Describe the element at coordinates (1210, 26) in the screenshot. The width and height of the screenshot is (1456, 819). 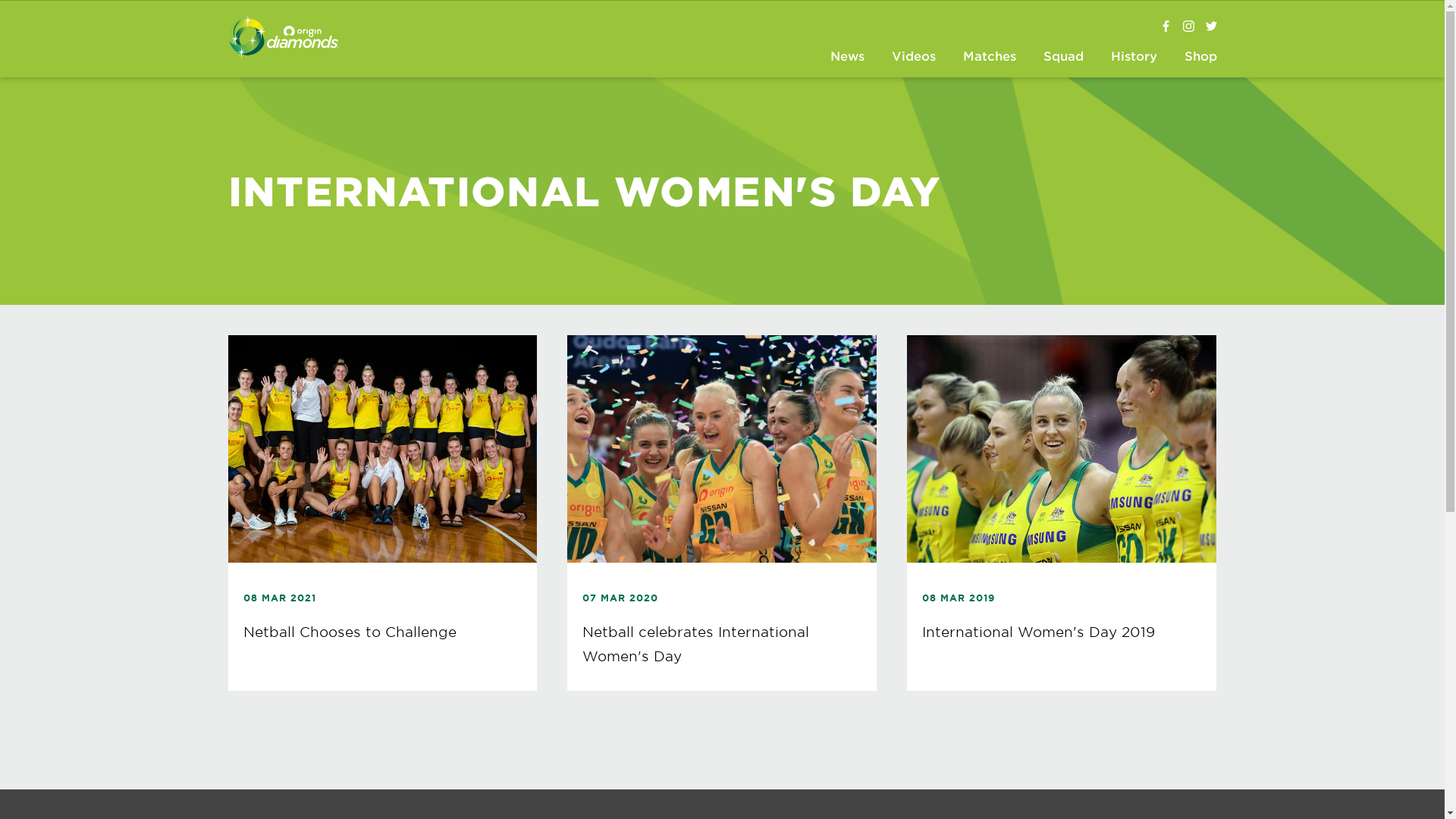
I see `'@AussieDiamonds'` at that location.